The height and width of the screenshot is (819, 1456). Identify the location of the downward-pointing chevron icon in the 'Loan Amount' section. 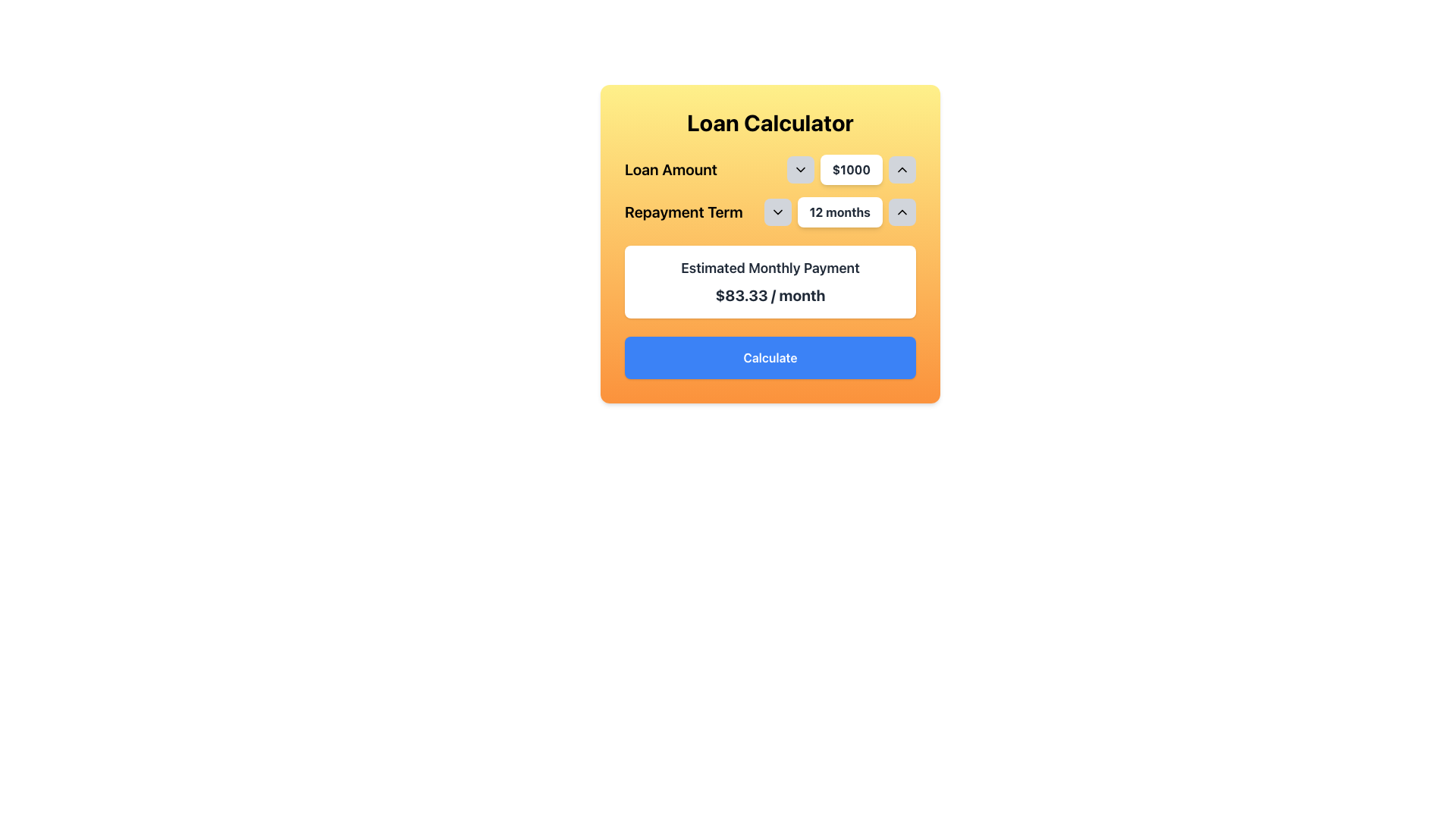
(799, 169).